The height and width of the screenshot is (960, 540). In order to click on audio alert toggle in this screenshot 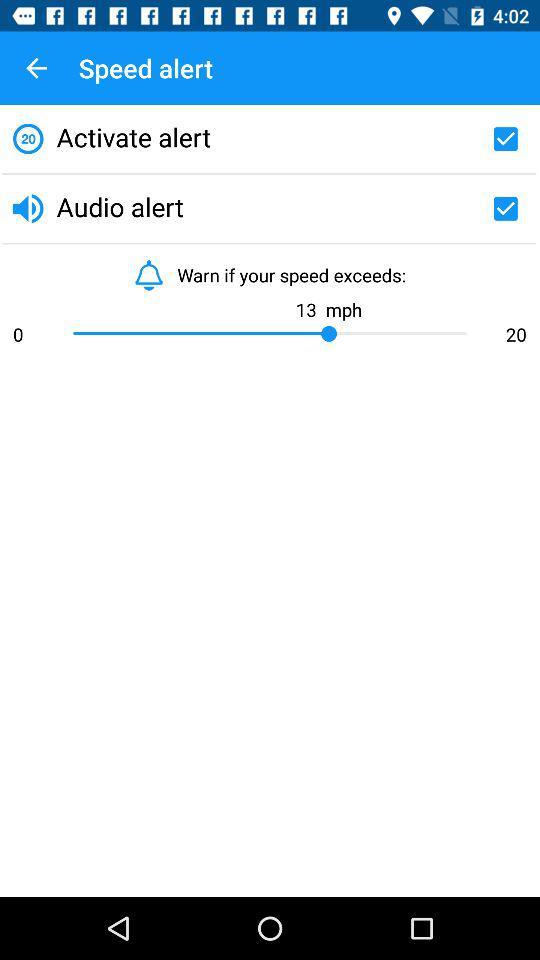, I will do `click(504, 208)`.